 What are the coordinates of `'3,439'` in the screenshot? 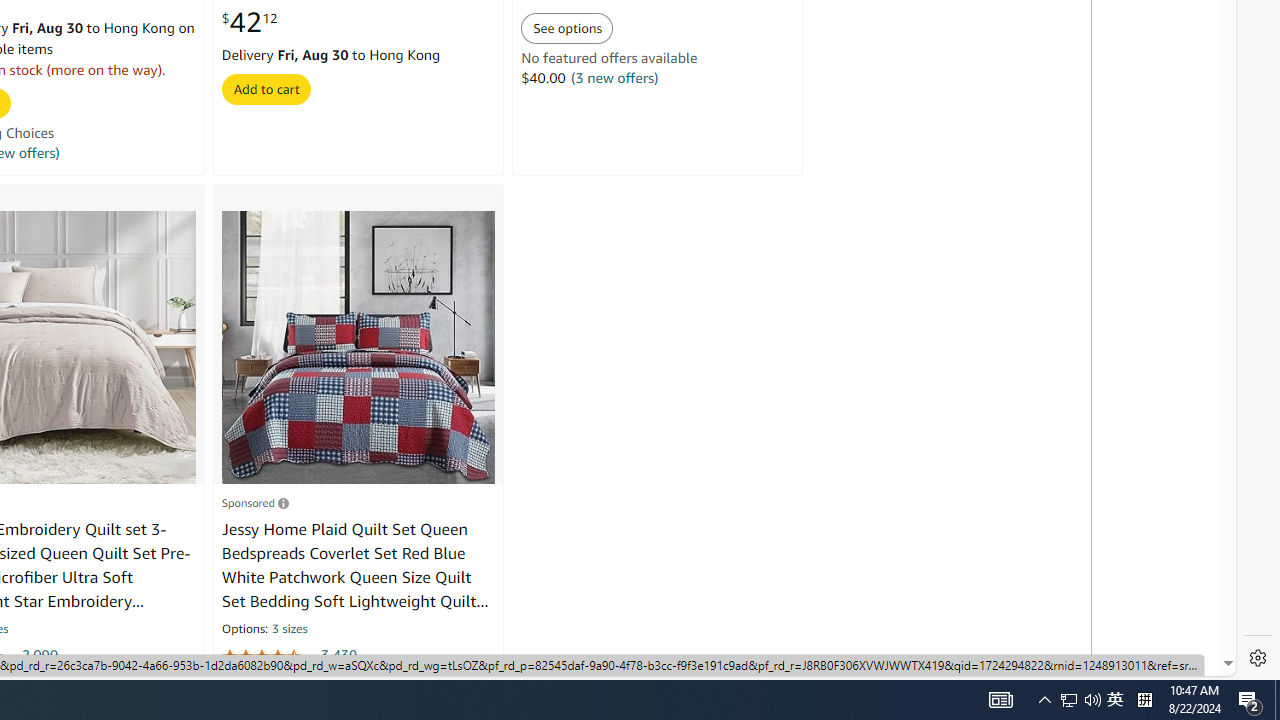 It's located at (339, 655).